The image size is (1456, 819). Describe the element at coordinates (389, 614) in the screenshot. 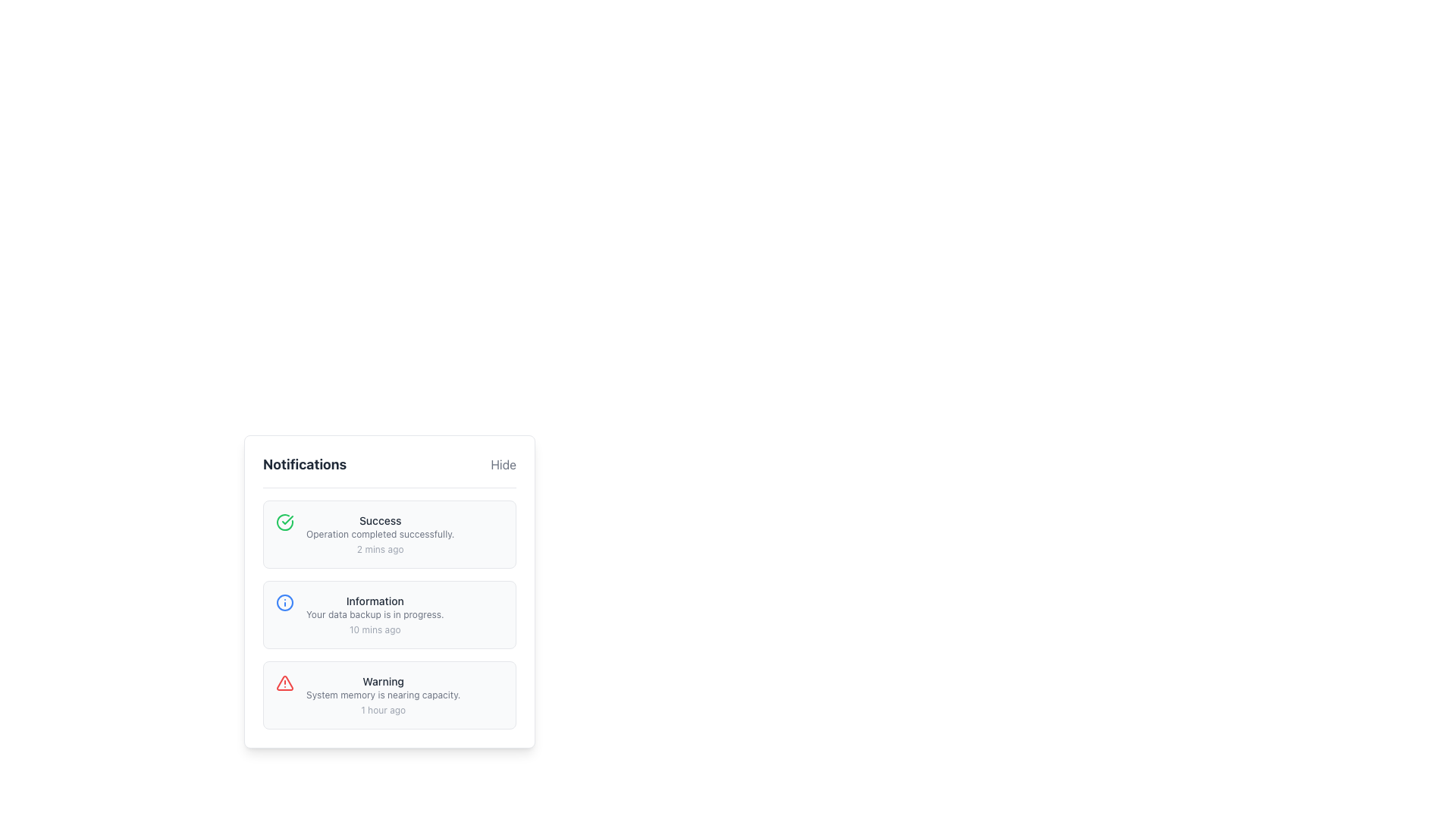

I see `the second notification card in the notifications panel, which features a light grey background, rounded corners, and contains an information icon along with the text 'Information' and backup status` at that location.